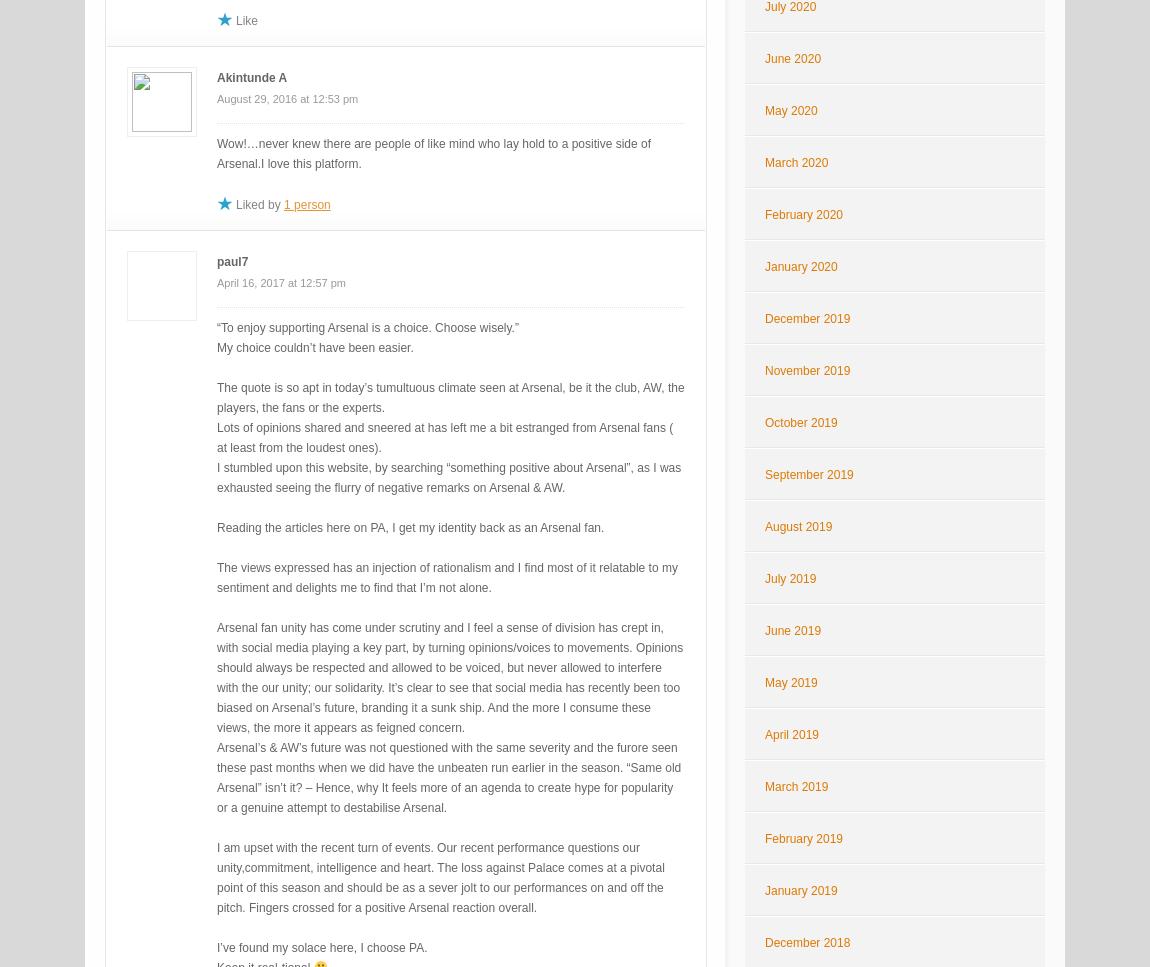  I want to click on 'February 2019', so click(802, 838).